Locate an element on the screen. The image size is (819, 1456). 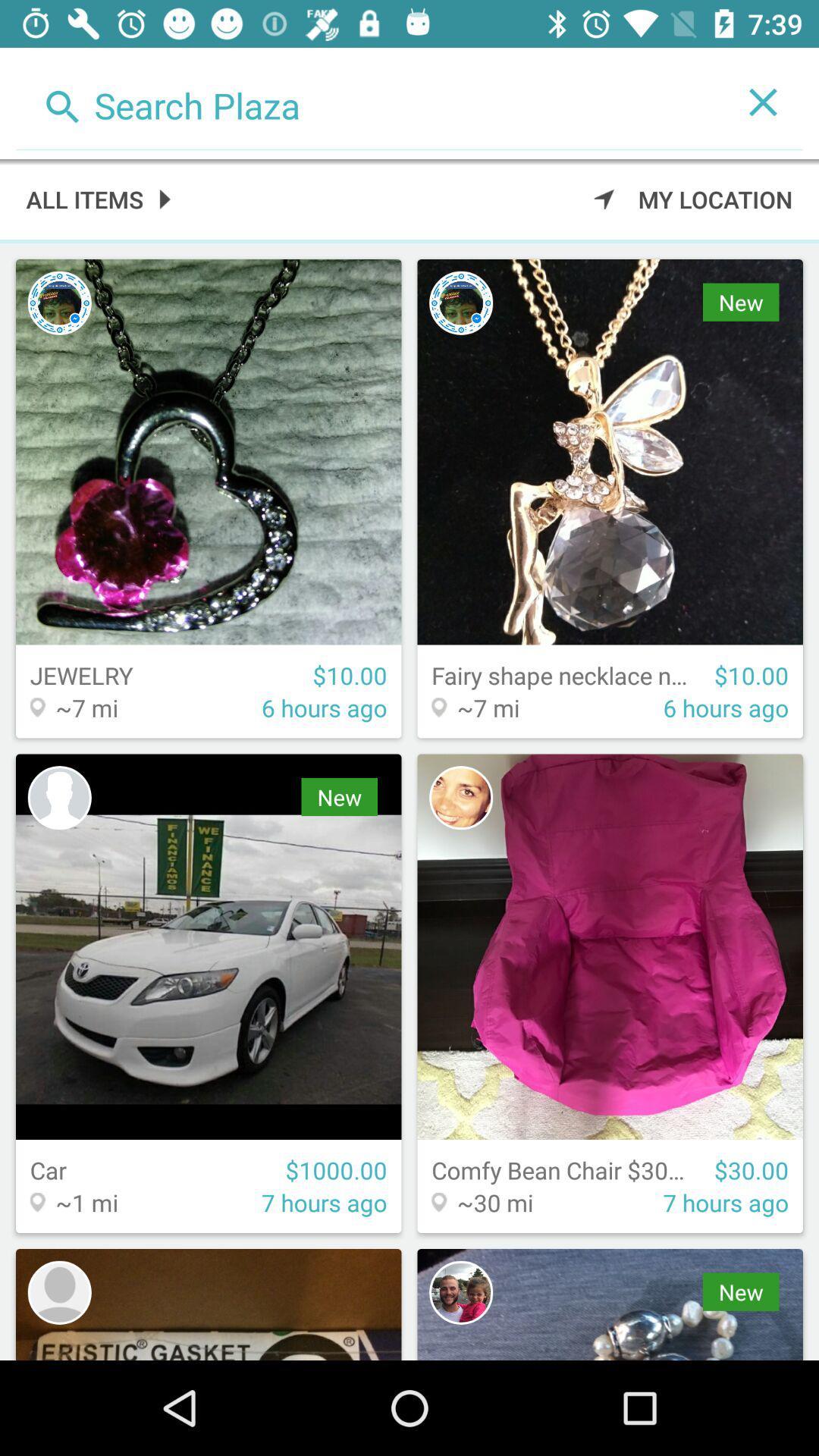
seller profile is located at coordinates (460, 797).